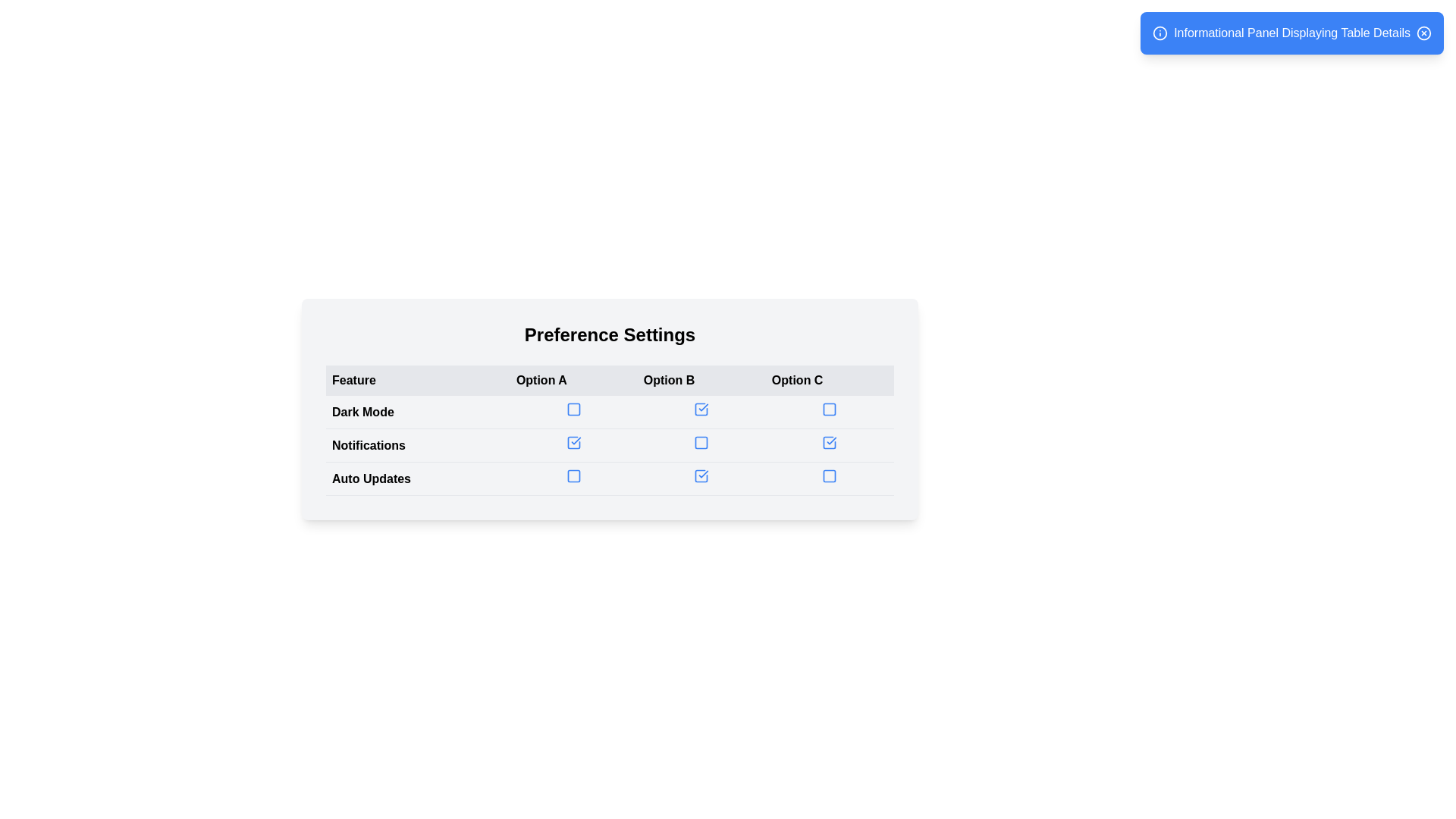 Image resolution: width=1456 pixels, height=819 pixels. I want to click on the checkbox located in the third column under the 'Option C' header and the third row labeled 'Notifications', so click(829, 444).